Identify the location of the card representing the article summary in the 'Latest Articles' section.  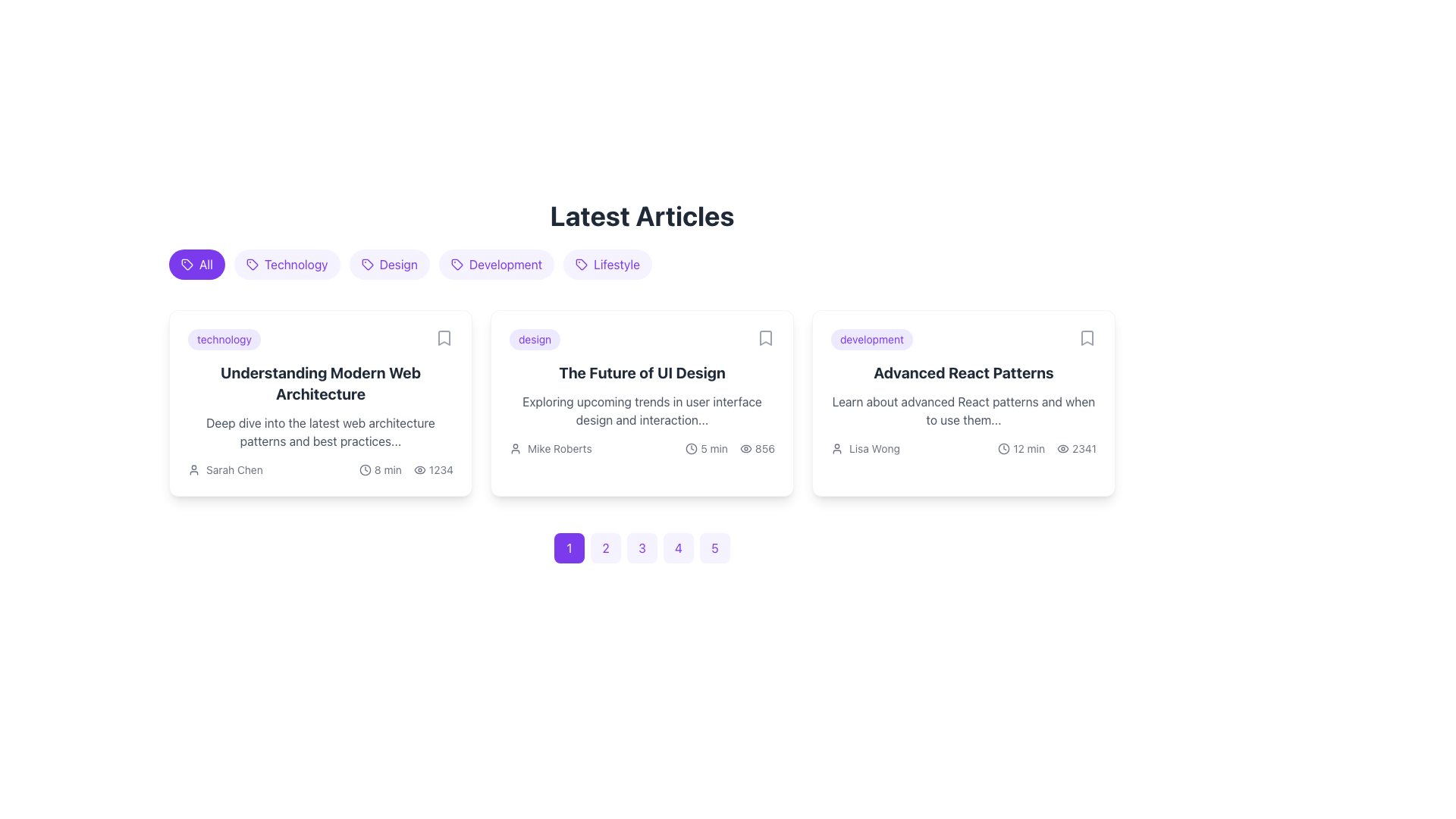
(319, 403).